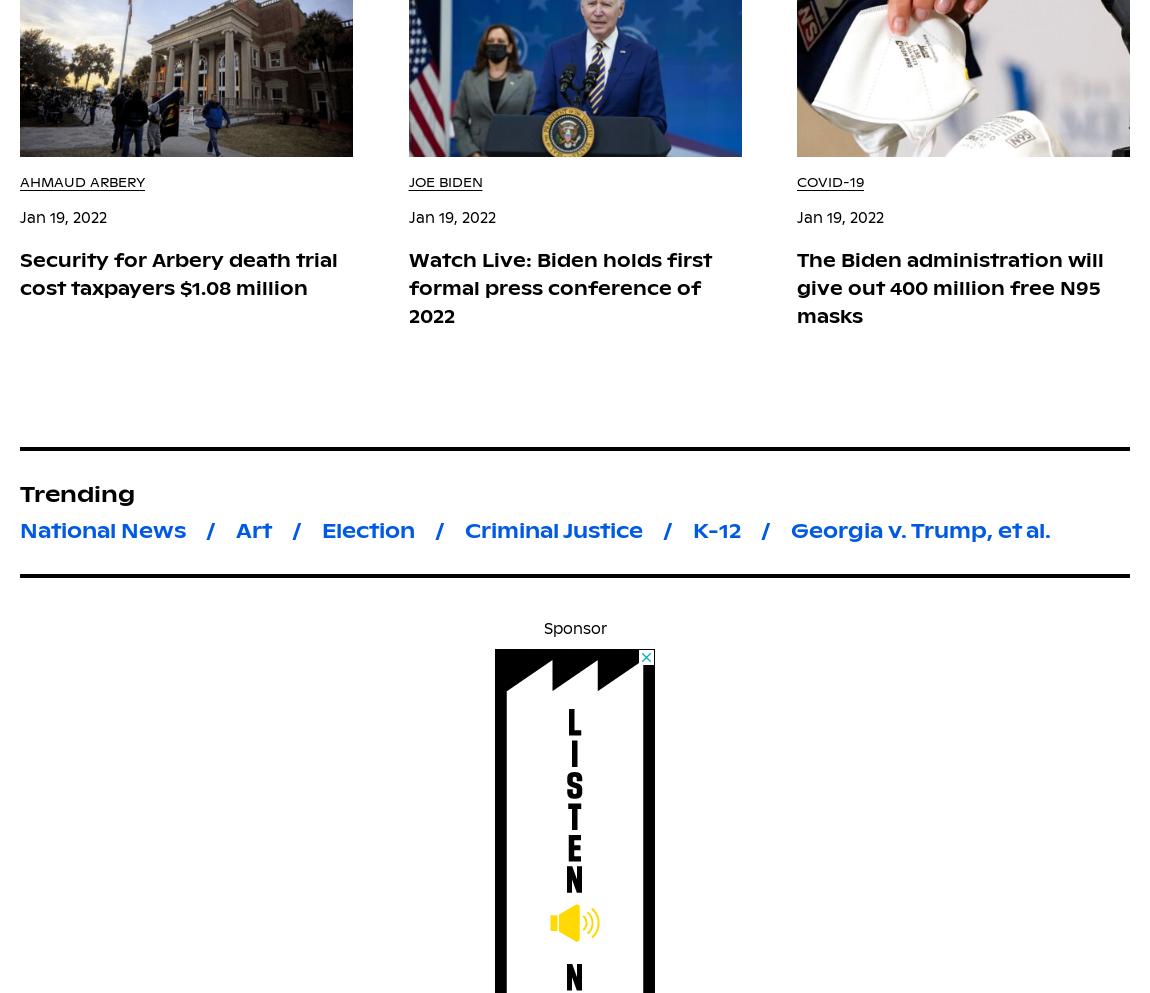 This screenshot has width=1150, height=993. What do you see at coordinates (445, 181) in the screenshot?
I see `'Joe Biden'` at bounding box center [445, 181].